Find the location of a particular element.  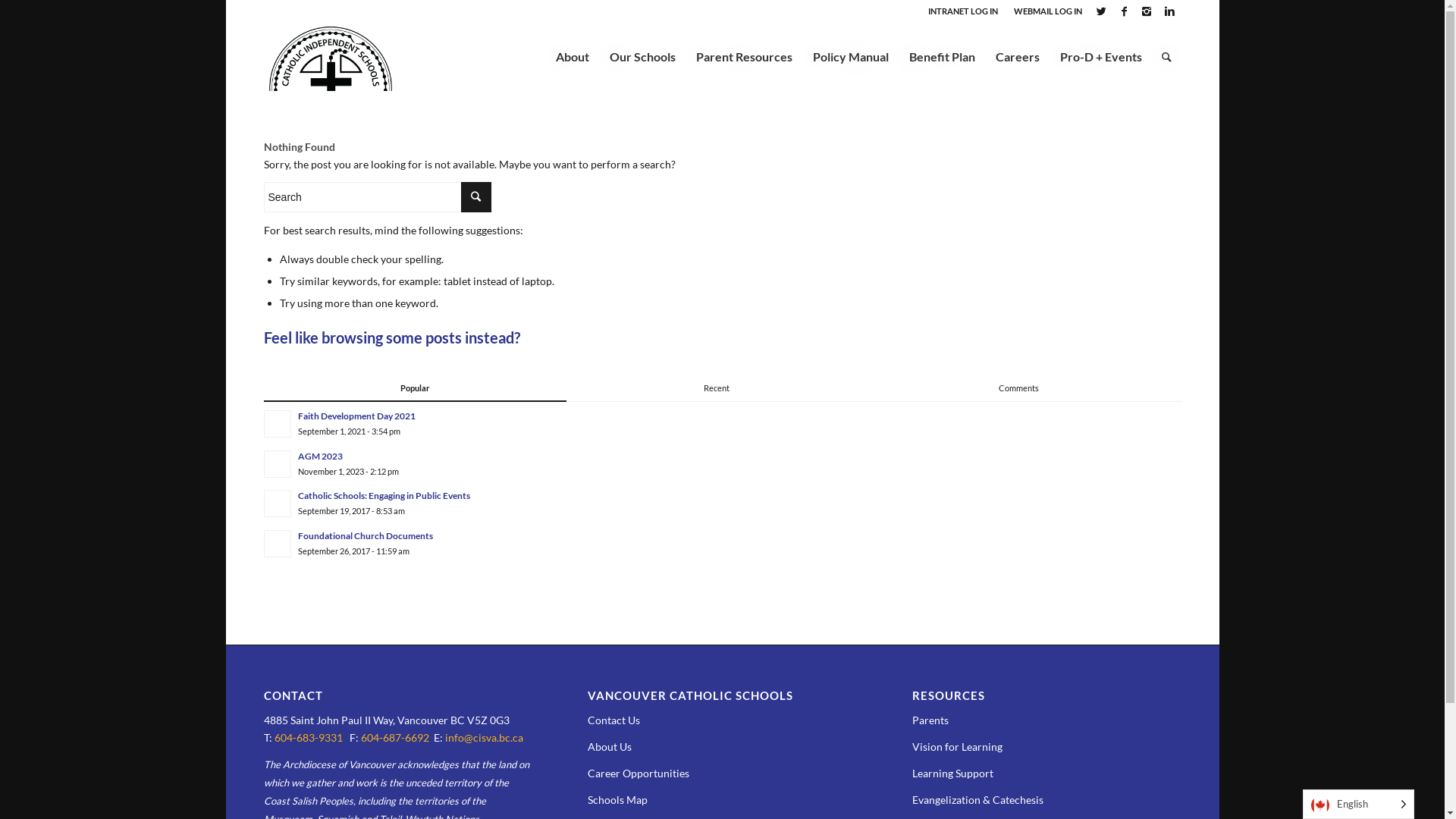

'Twitter' is located at coordinates (1101, 11).